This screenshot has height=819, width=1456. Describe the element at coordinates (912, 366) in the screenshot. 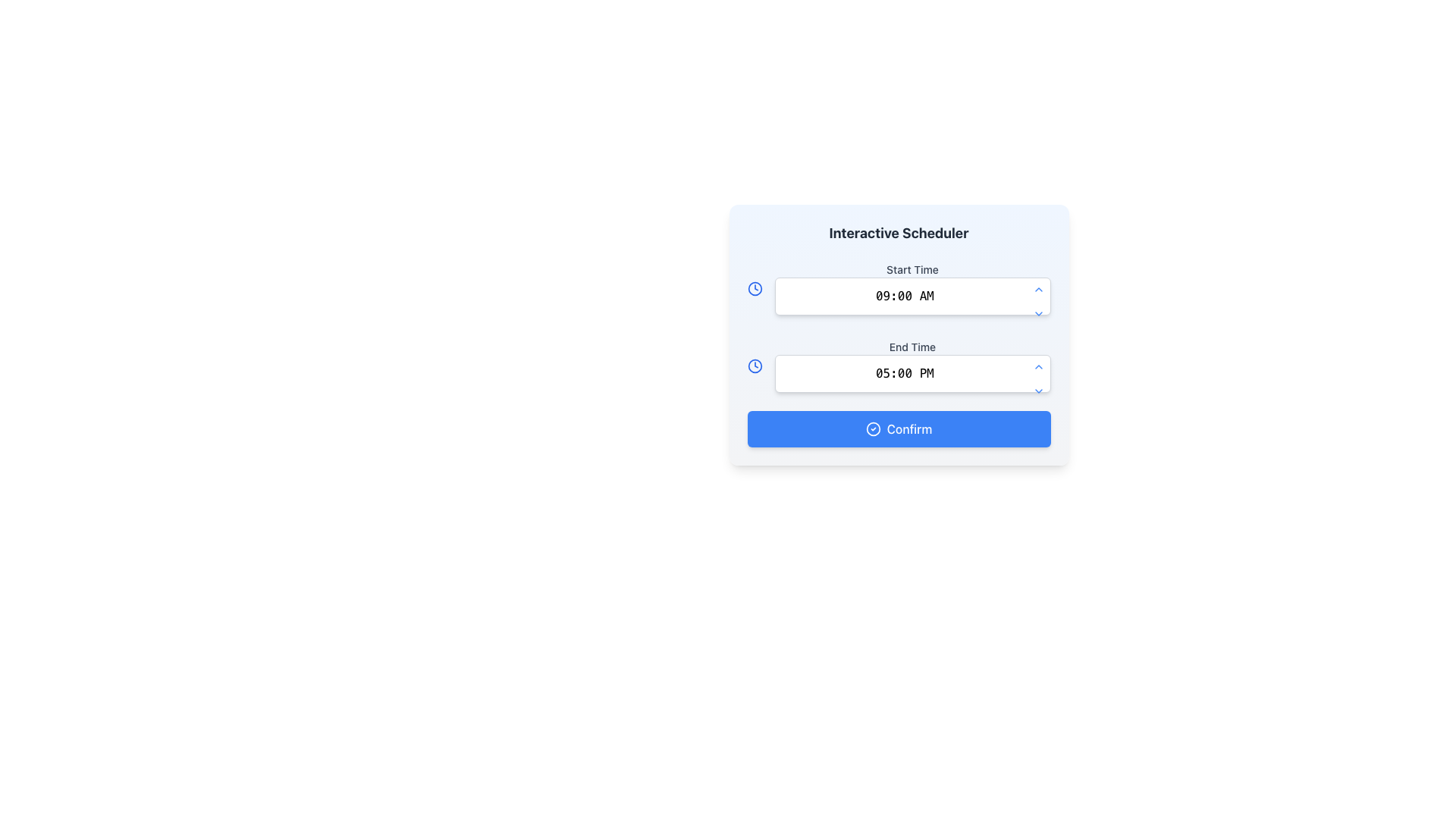

I see `onto the Time Picker Input field for keyboard input, located in the bottom section of the interactive scheduler UI, directly below the 'Start Time' input field` at that location.